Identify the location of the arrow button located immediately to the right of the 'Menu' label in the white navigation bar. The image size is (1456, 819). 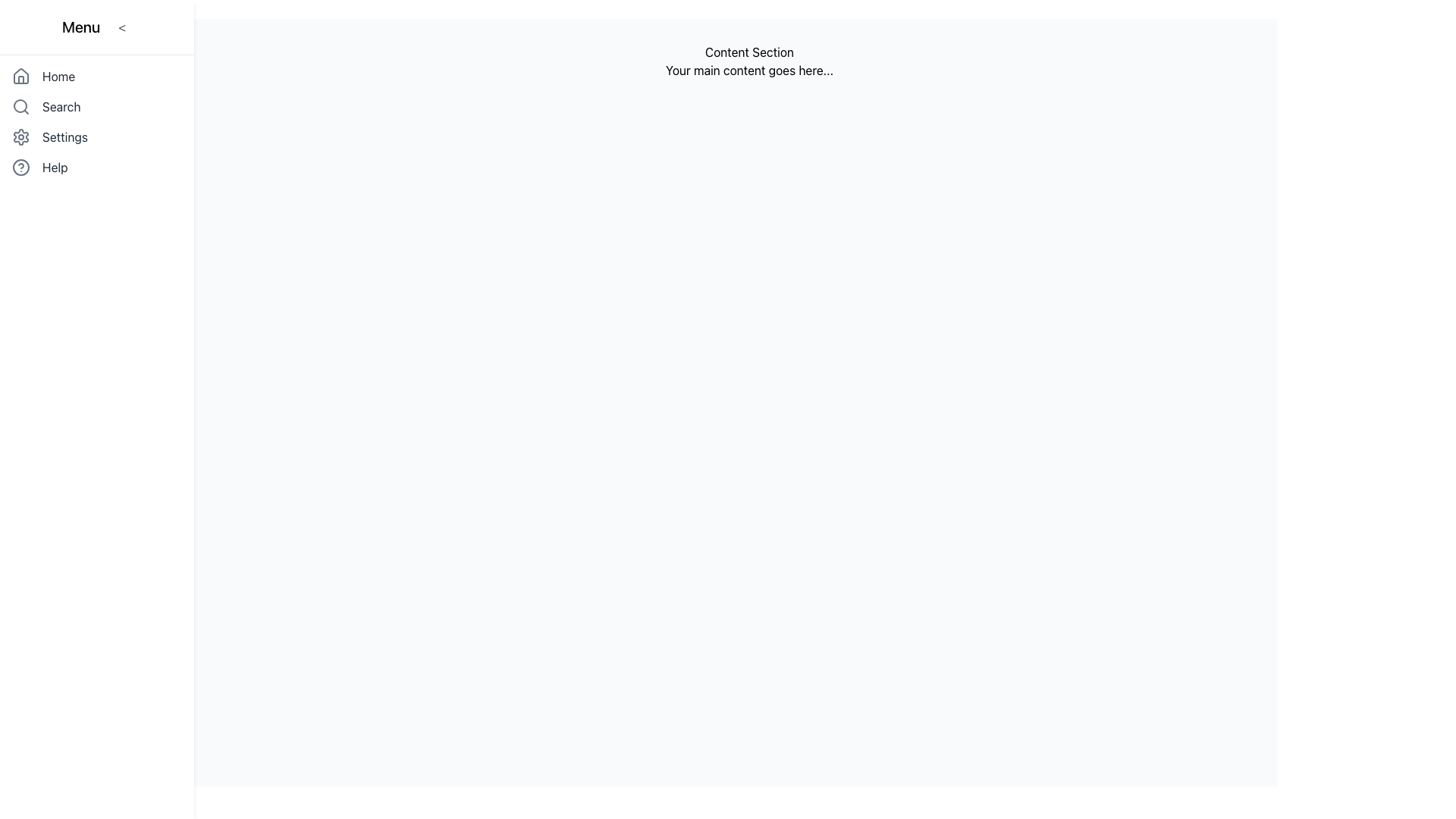
(122, 27).